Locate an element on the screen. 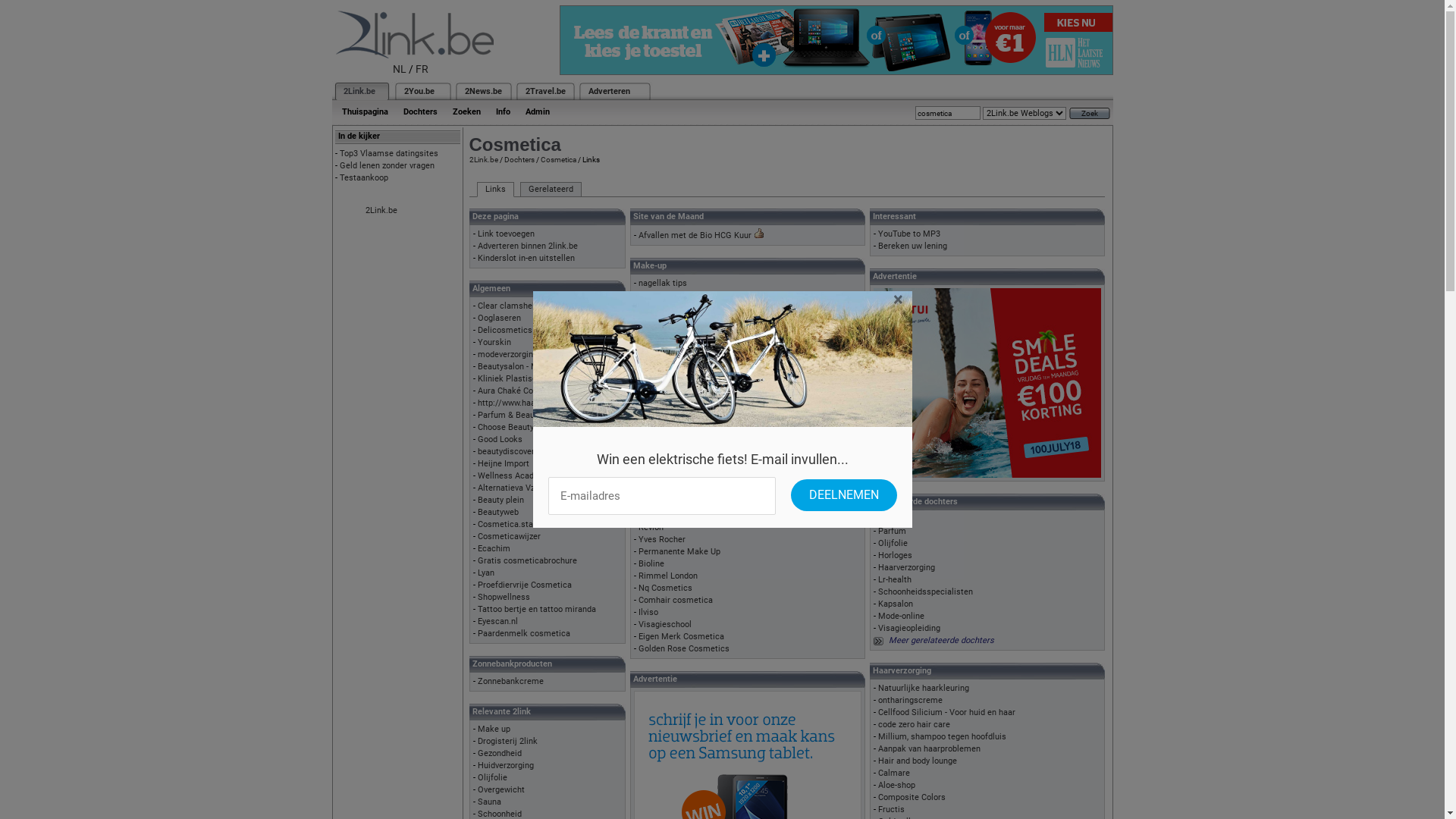  'NL' is located at coordinates (400, 69).